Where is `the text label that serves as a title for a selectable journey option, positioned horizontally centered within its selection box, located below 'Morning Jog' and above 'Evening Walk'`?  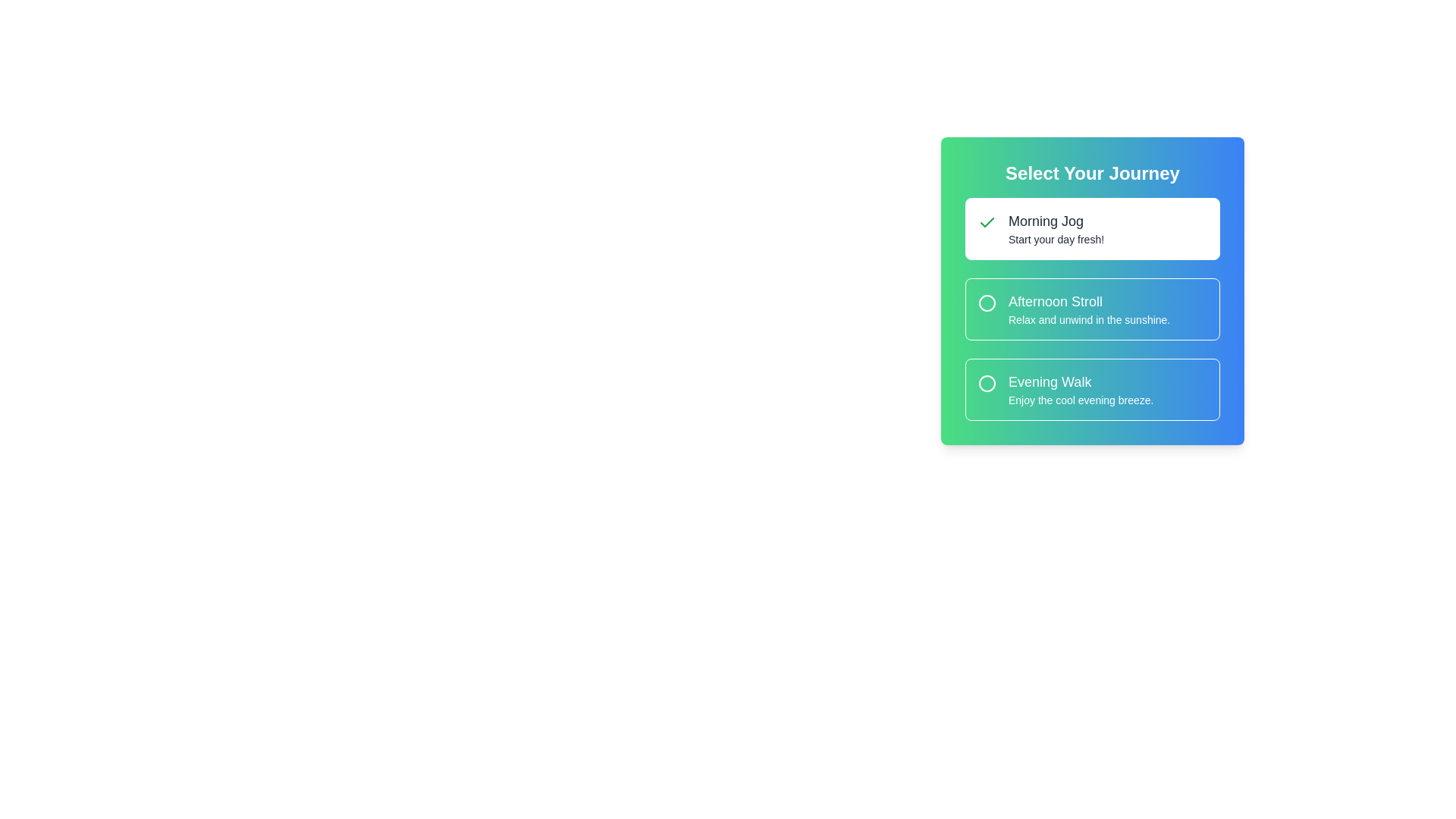 the text label that serves as a title for a selectable journey option, positioned horizontally centered within its selection box, located below 'Morning Jog' and above 'Evening Walk' is located at coordinates (1088, 301).